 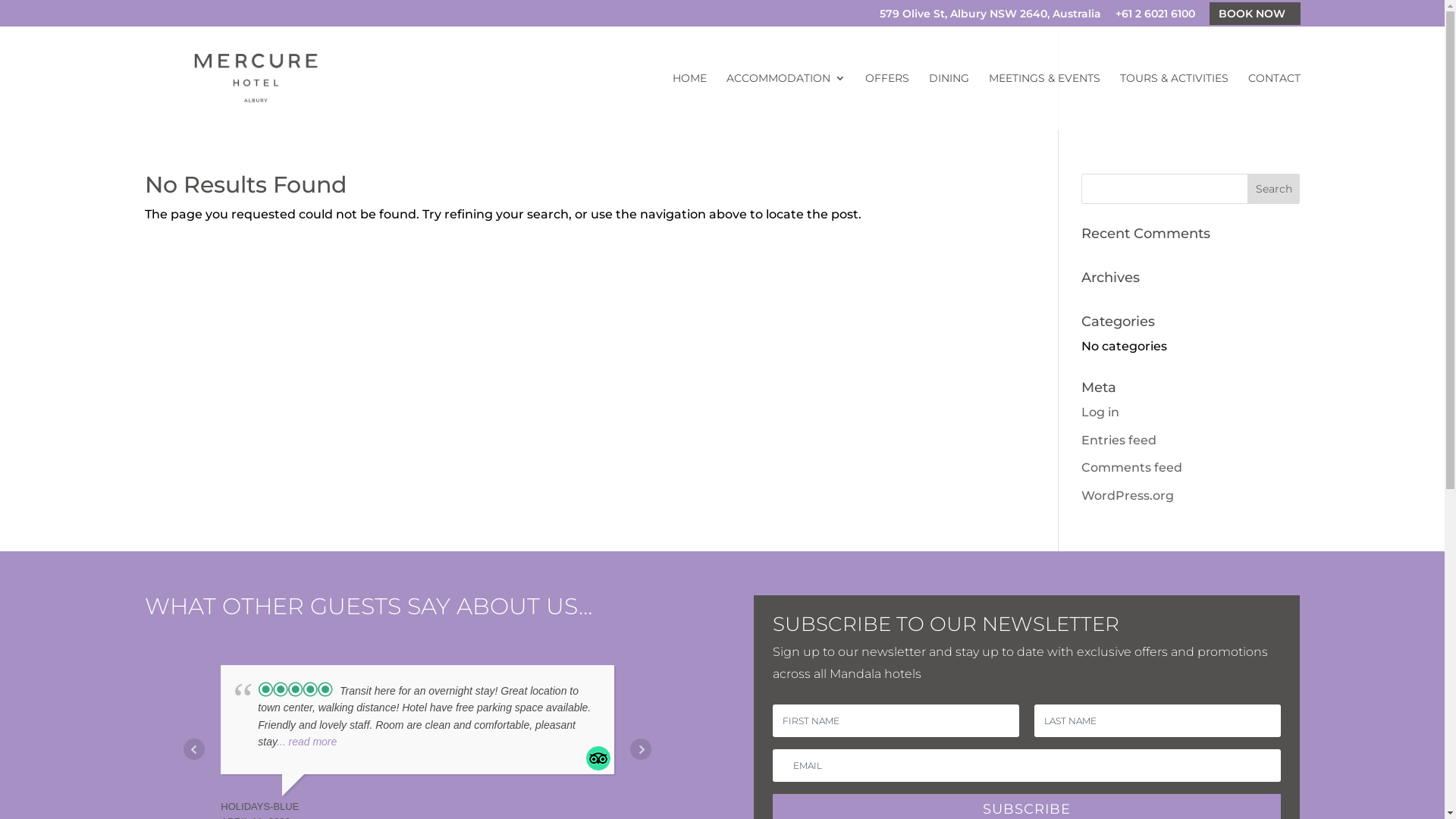 What do you see at coordinates (640, 748) in the screenshot?
I see `'Next'` at bounding box center [640, 748].